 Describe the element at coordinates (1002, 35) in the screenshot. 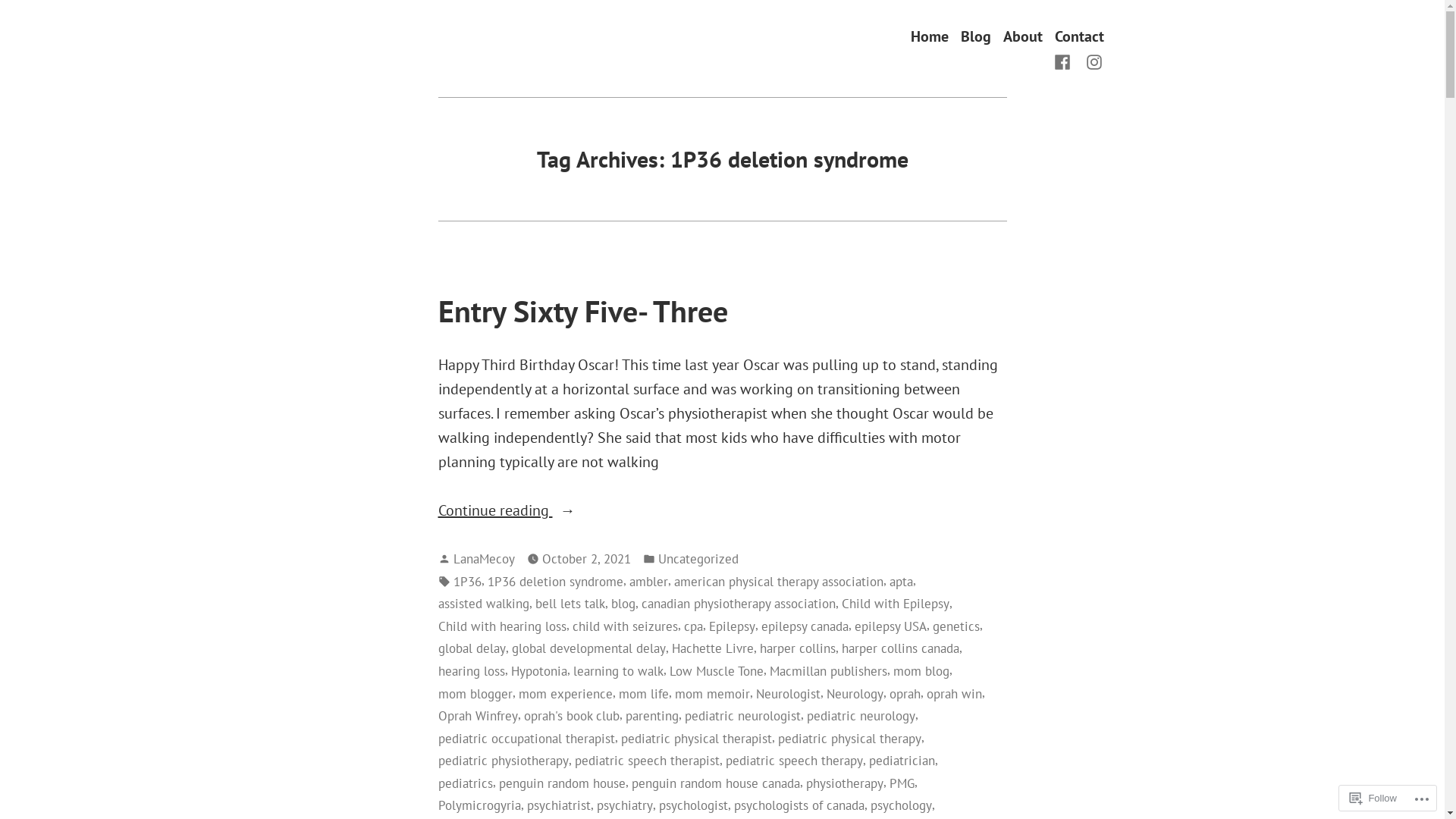

I see `'About'` at that location.